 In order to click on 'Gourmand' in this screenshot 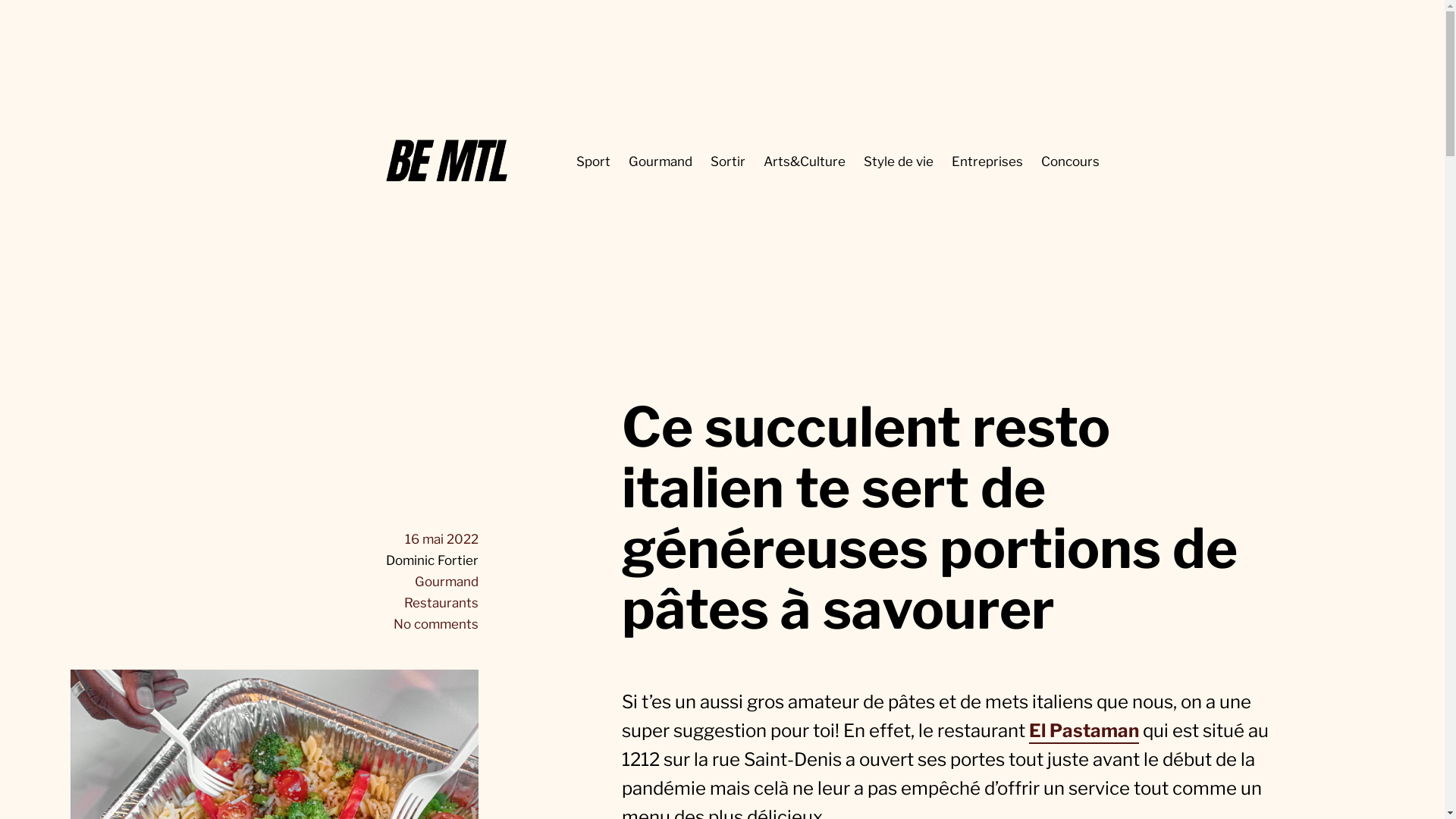, I will do `click(446, 581)`.